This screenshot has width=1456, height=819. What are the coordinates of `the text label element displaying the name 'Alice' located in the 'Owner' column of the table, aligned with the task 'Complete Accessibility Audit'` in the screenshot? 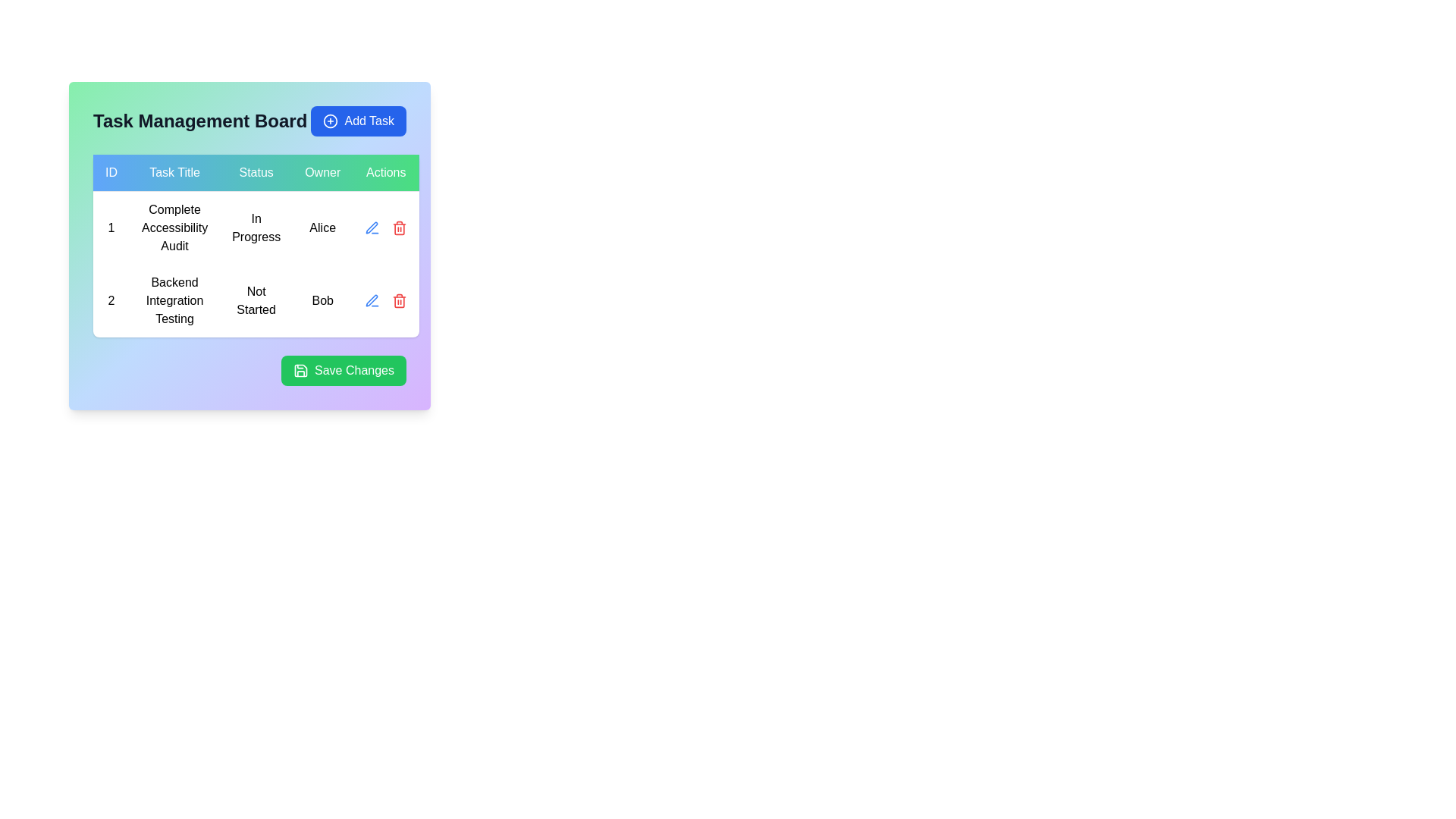 It's located at (322, 227).